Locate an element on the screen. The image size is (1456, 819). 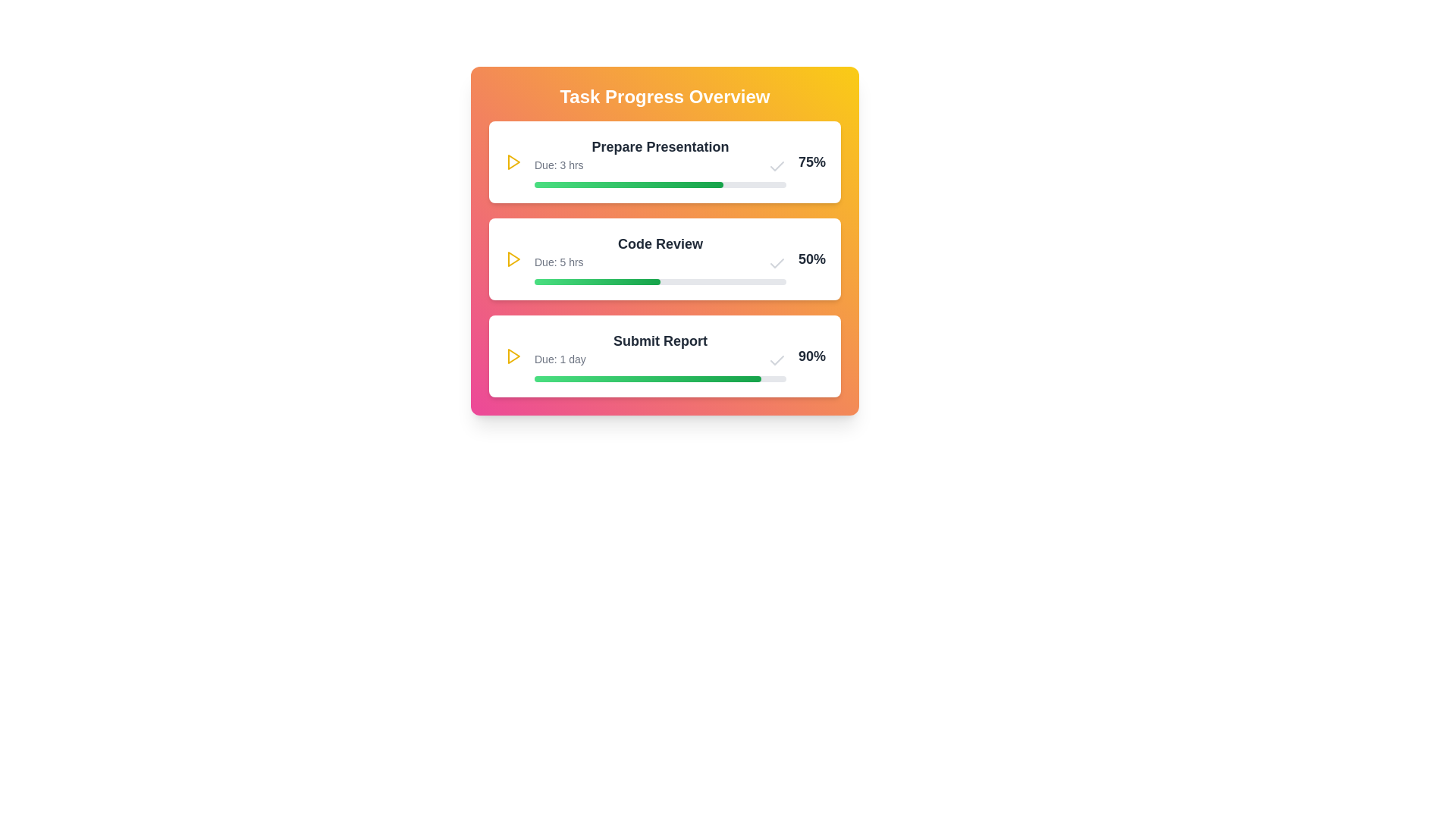
the progress bar that visually represents 75% completion of the 'Prepare Presentation' task, located above the percentage value '75%' and under the text 'Due: 3 hrs' is located at coordinates (660, 184).